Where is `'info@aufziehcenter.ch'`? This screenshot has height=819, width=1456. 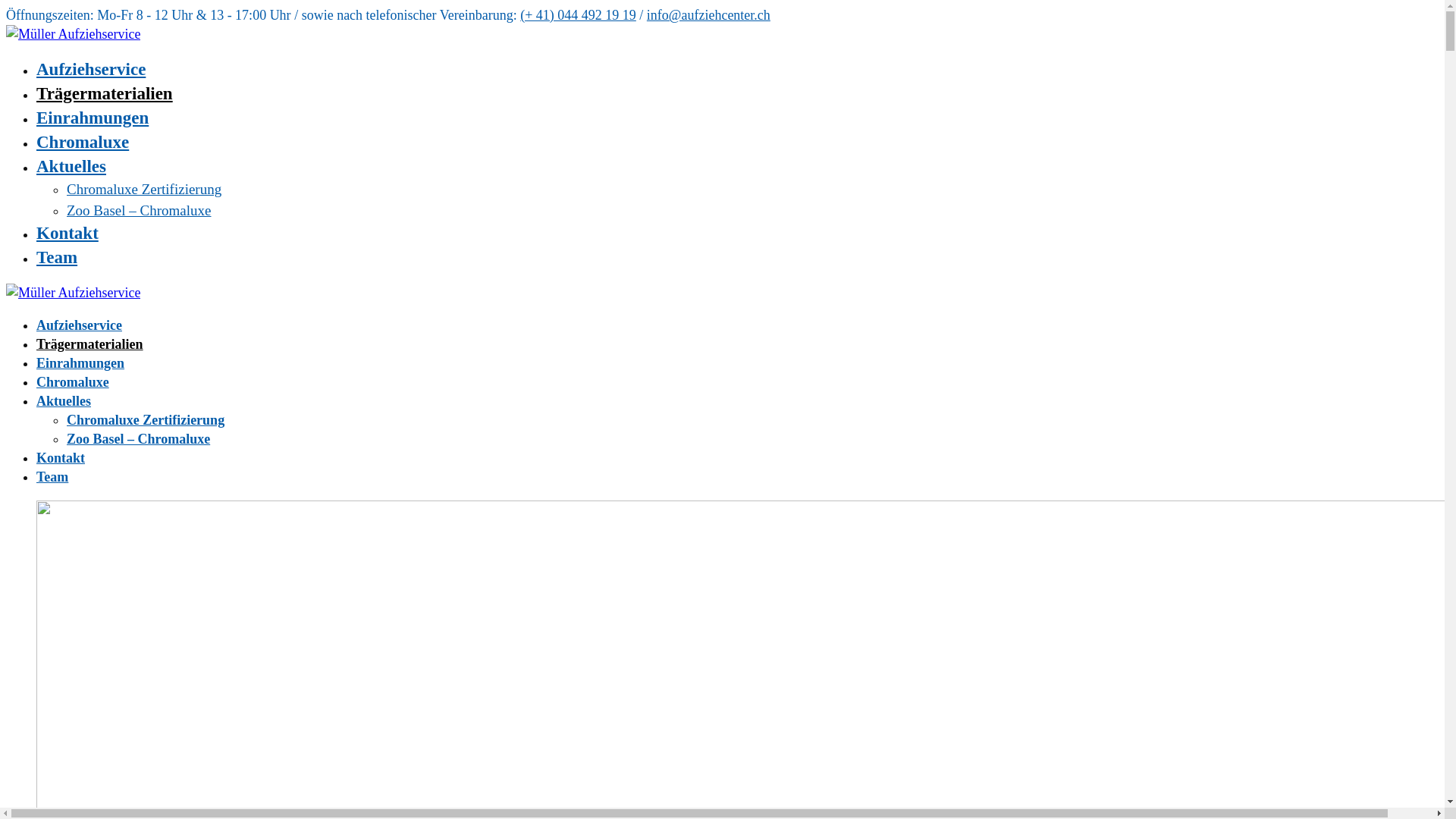 'info@aufziehcenter.ch' is located at coordinates (708, 14).